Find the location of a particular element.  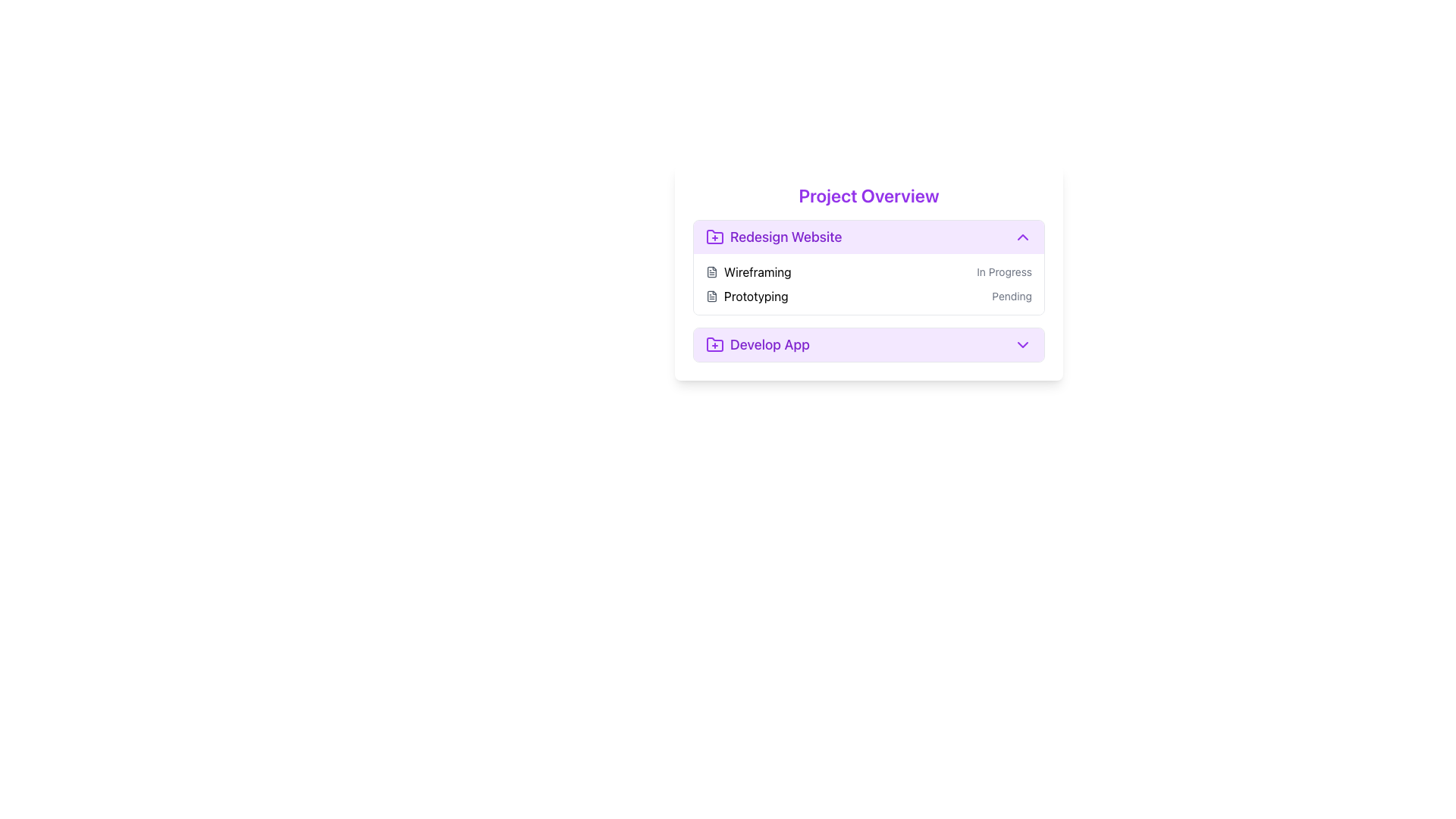

the purpose of the task represented is located at coordinates (711, 271).